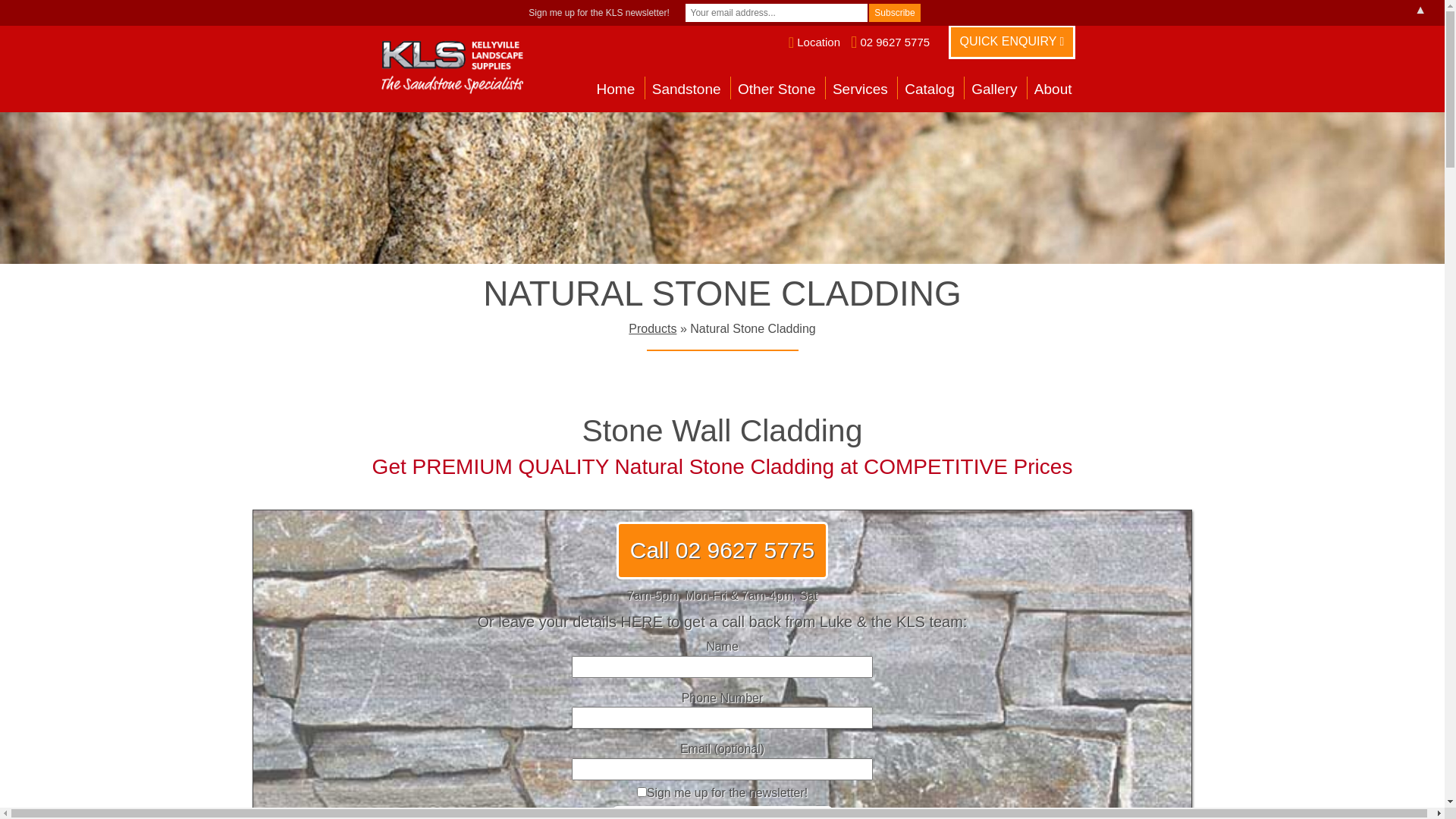  What do you see at coordinates (776, 91) in the screenshot?
I see `'Other Stone'` at bounding box center [776, 91].